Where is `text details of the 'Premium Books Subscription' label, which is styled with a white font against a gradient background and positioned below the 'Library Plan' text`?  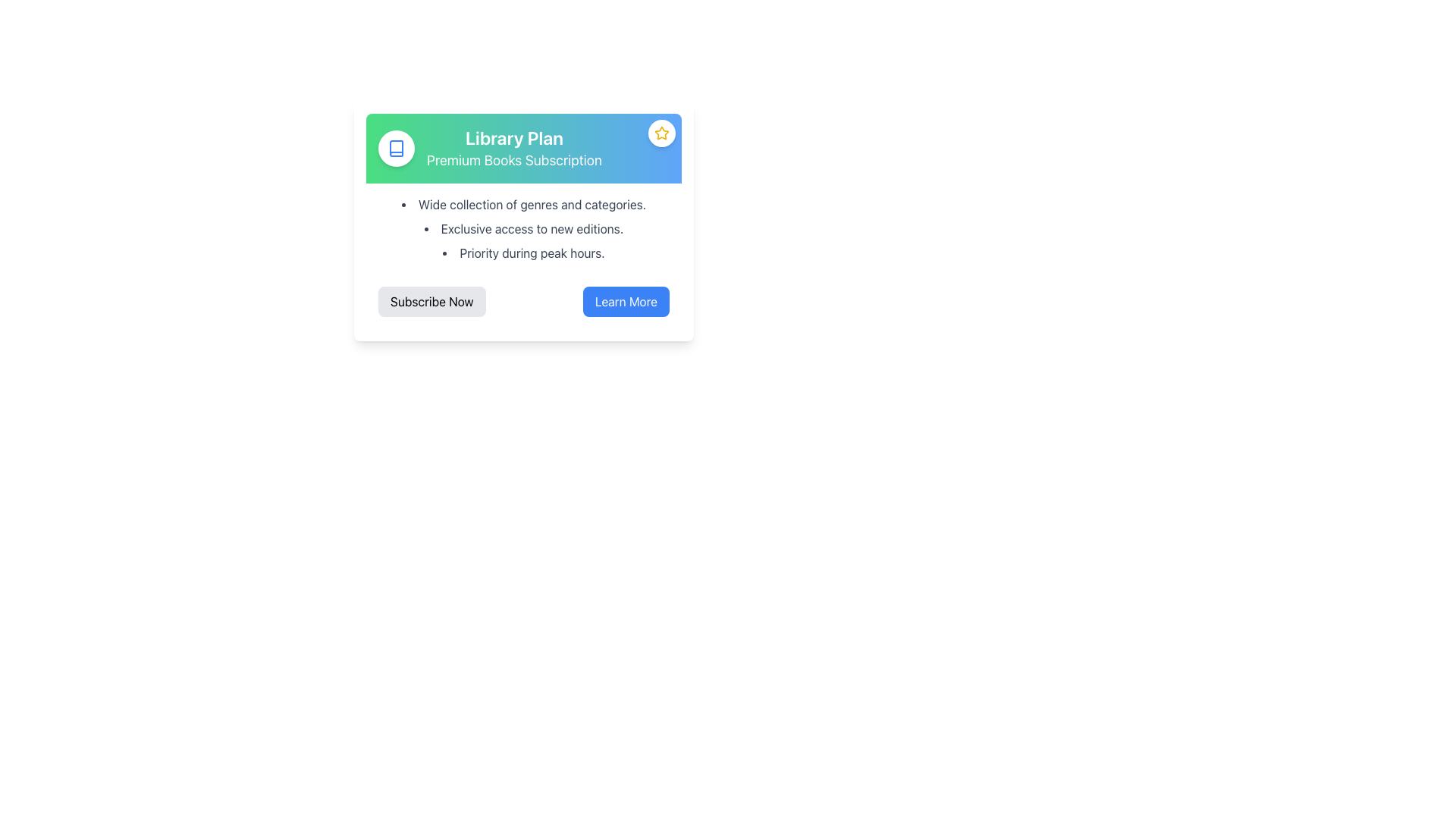
text details of the 'Premium Books Subscription' label, which is styled with a white font against a gradient background and positioned below the 'Library Plan' text is located at coordinates (514, 161).